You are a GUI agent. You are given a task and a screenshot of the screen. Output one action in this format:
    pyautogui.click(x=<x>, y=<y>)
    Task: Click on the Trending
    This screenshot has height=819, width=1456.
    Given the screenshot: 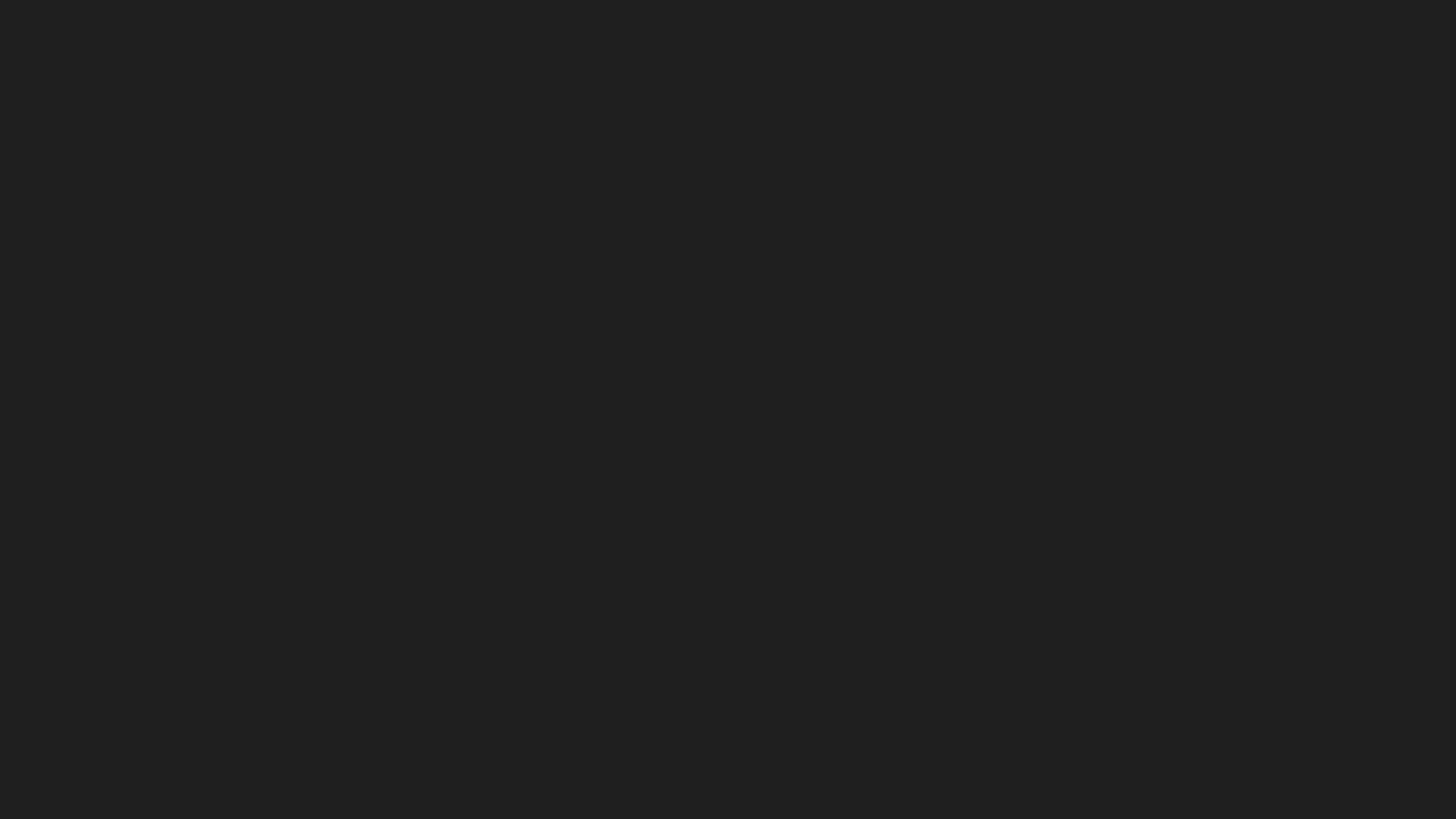 What is the action you would take?
    pyautogui.click(x=387, y=328)
    